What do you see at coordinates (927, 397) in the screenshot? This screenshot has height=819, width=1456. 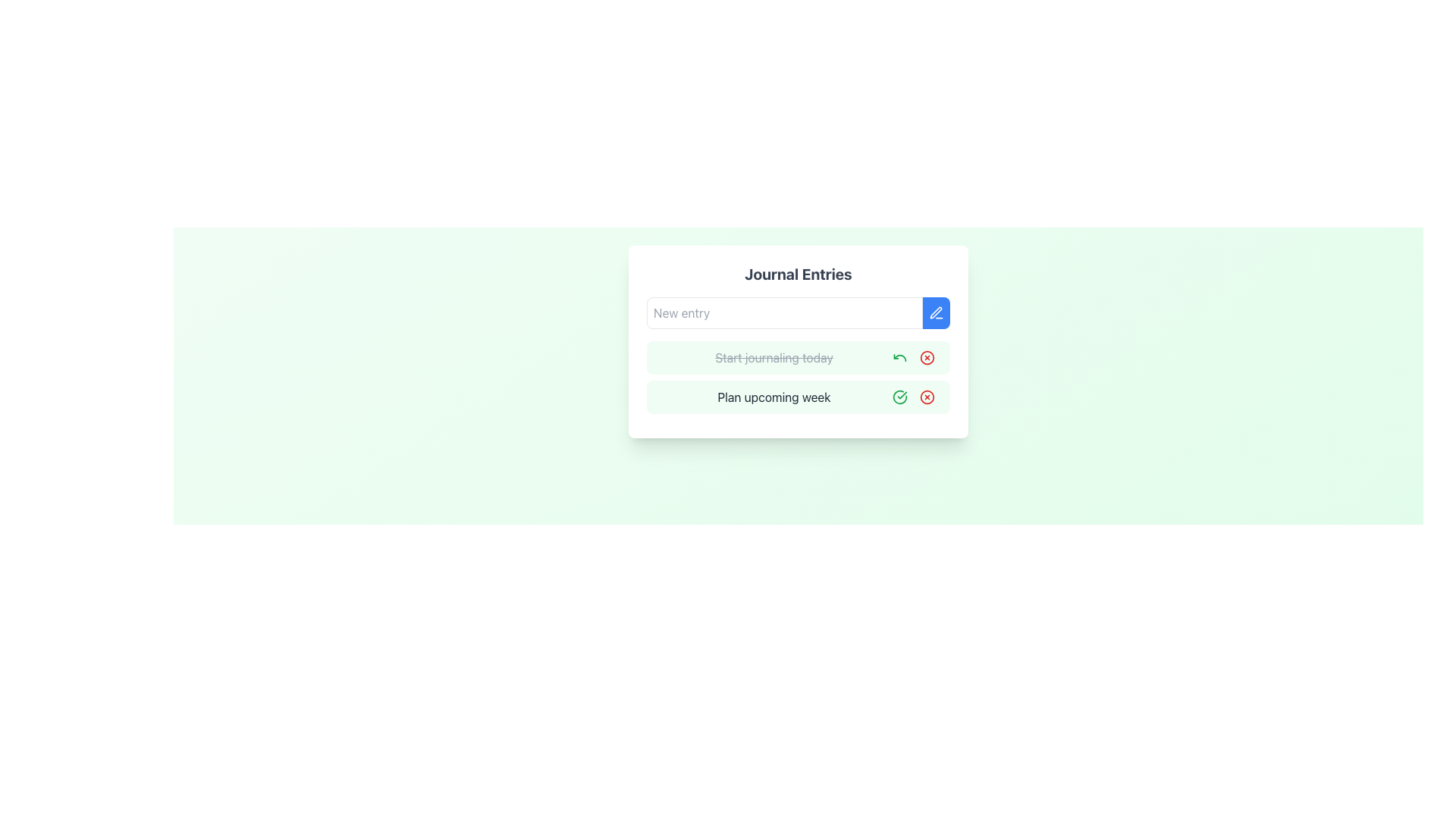 I see `the delete button located in the second row of the Journal Entries list, which is the second icon immediately to the right of the green circular checkmarked icon` at bounding box center [927, 397].